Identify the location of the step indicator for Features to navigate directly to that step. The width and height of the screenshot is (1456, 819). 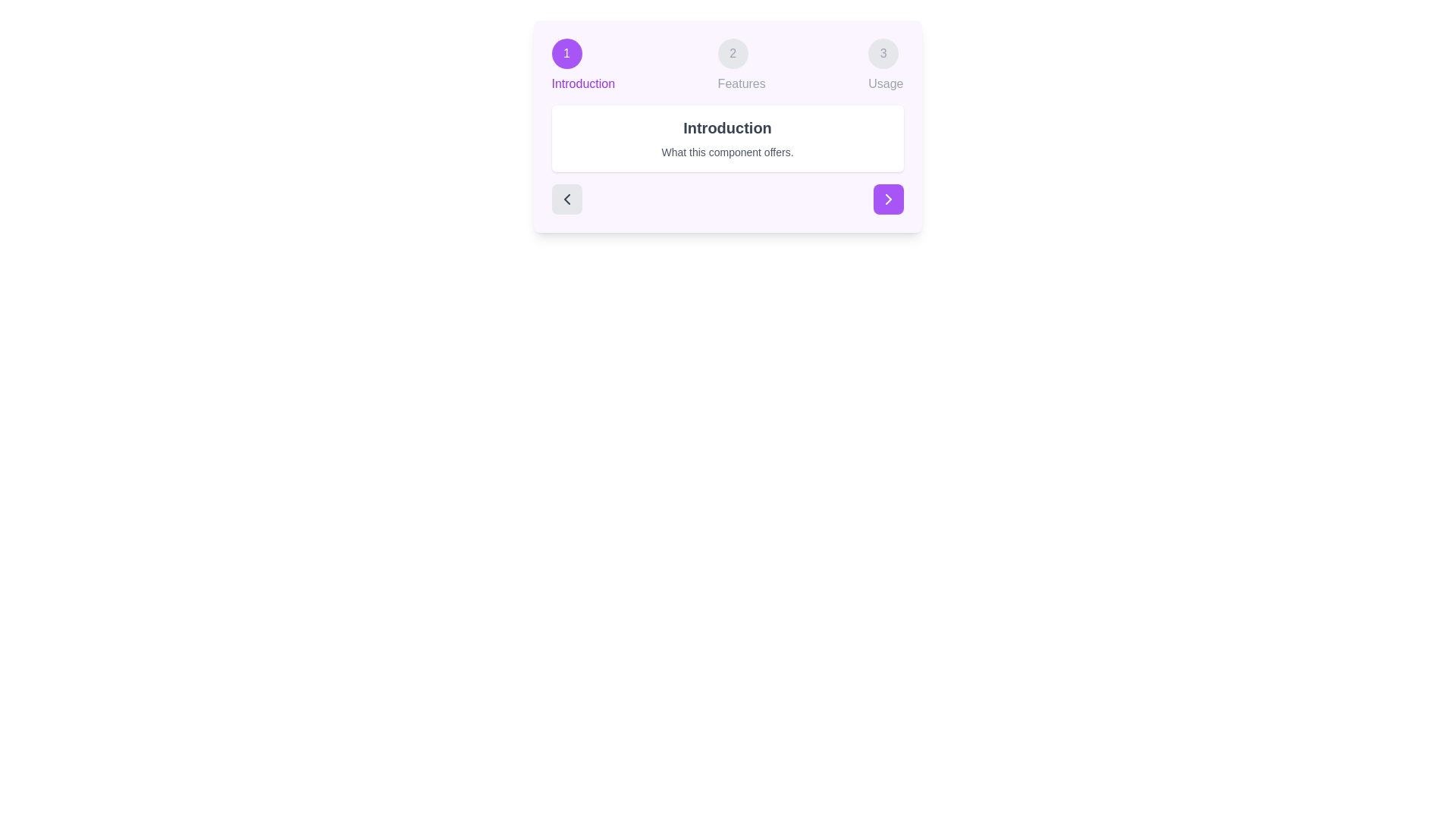
(742, 65).